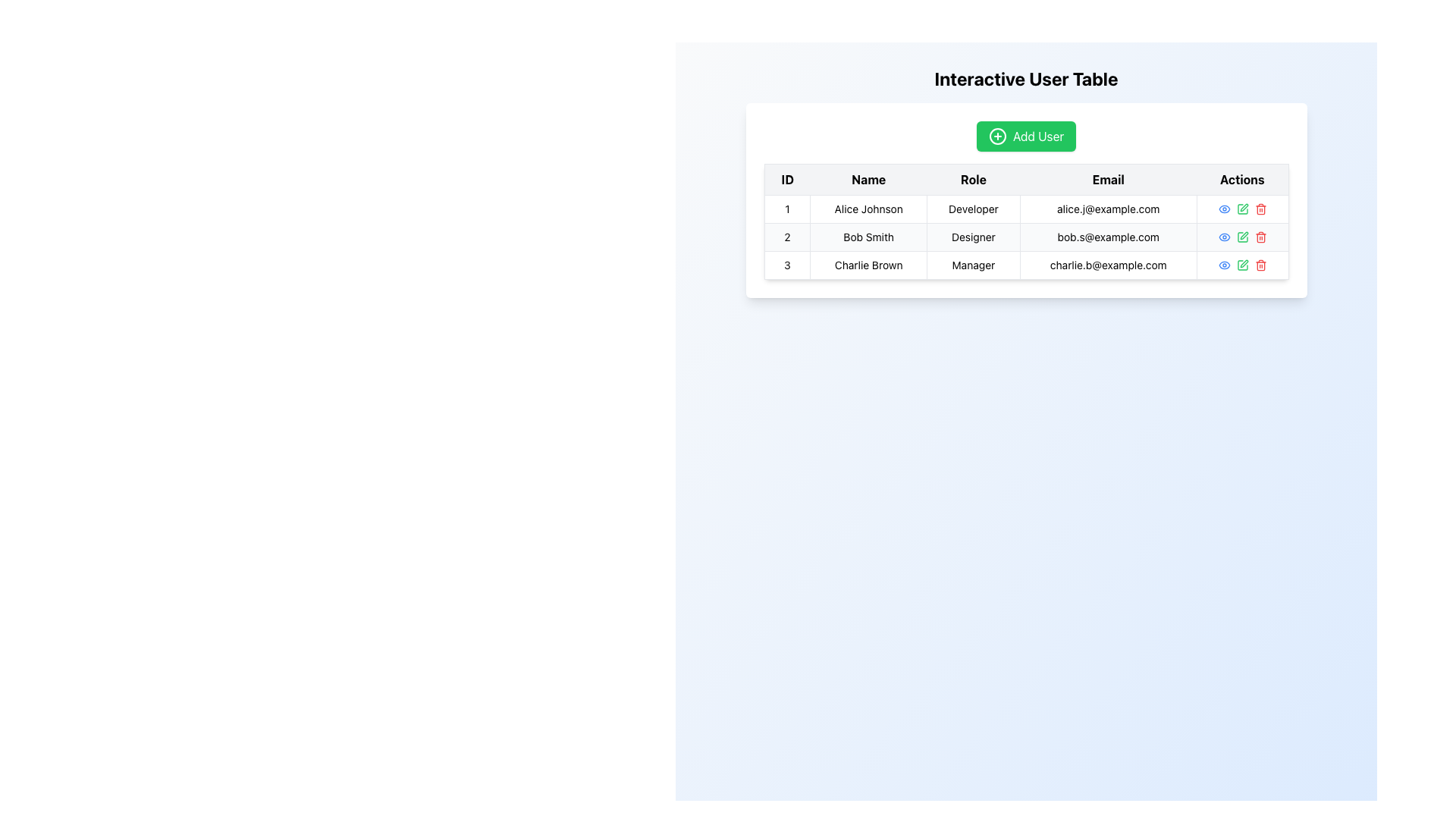  Describe the element at coordinates (1242, 209) in the screenshot. I see `the leftmost action icon representing edit functionality in the user table for the third entry (Charlie Brown)` at that location.